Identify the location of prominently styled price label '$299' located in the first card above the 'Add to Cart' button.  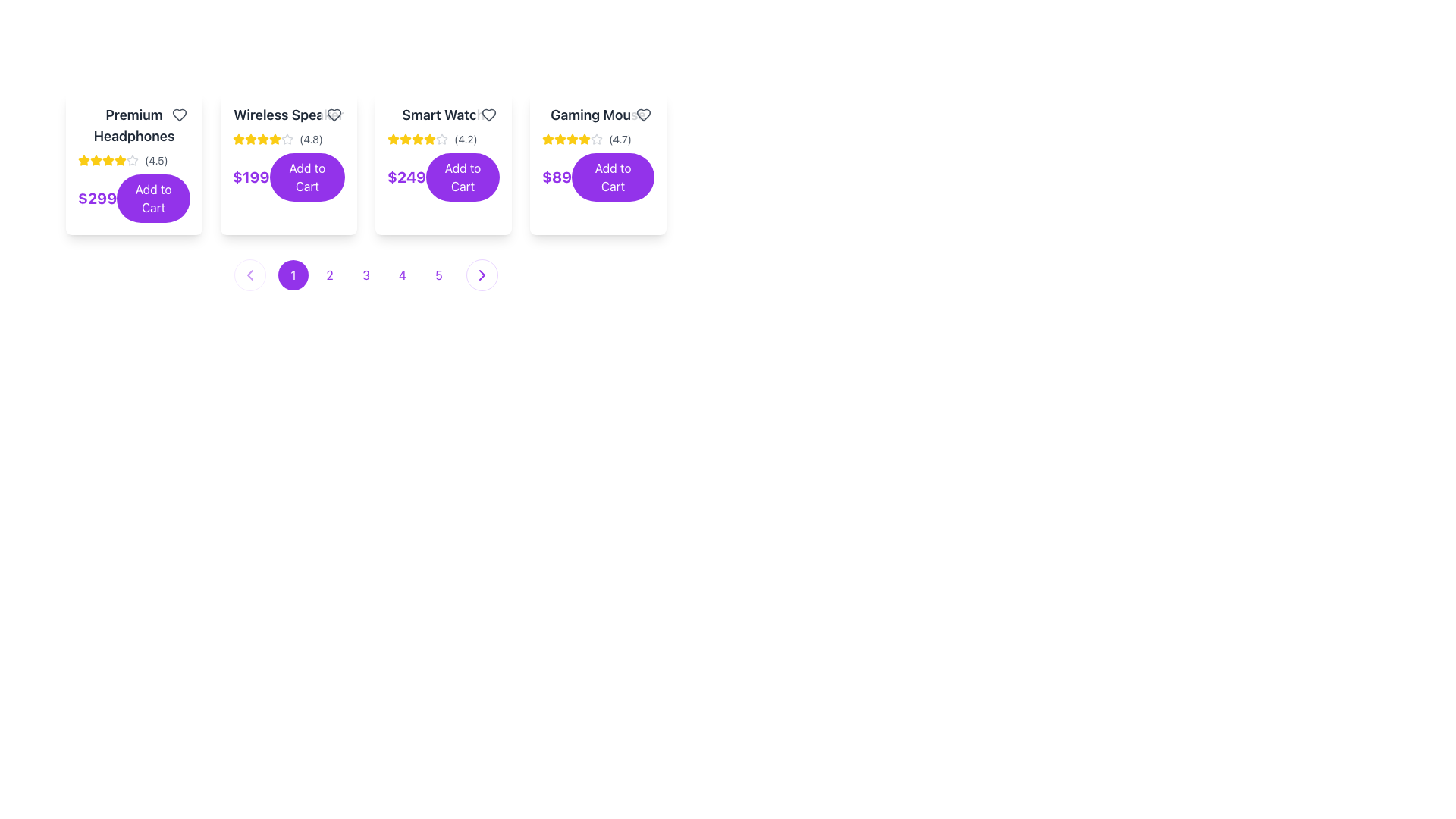
(96, 198).